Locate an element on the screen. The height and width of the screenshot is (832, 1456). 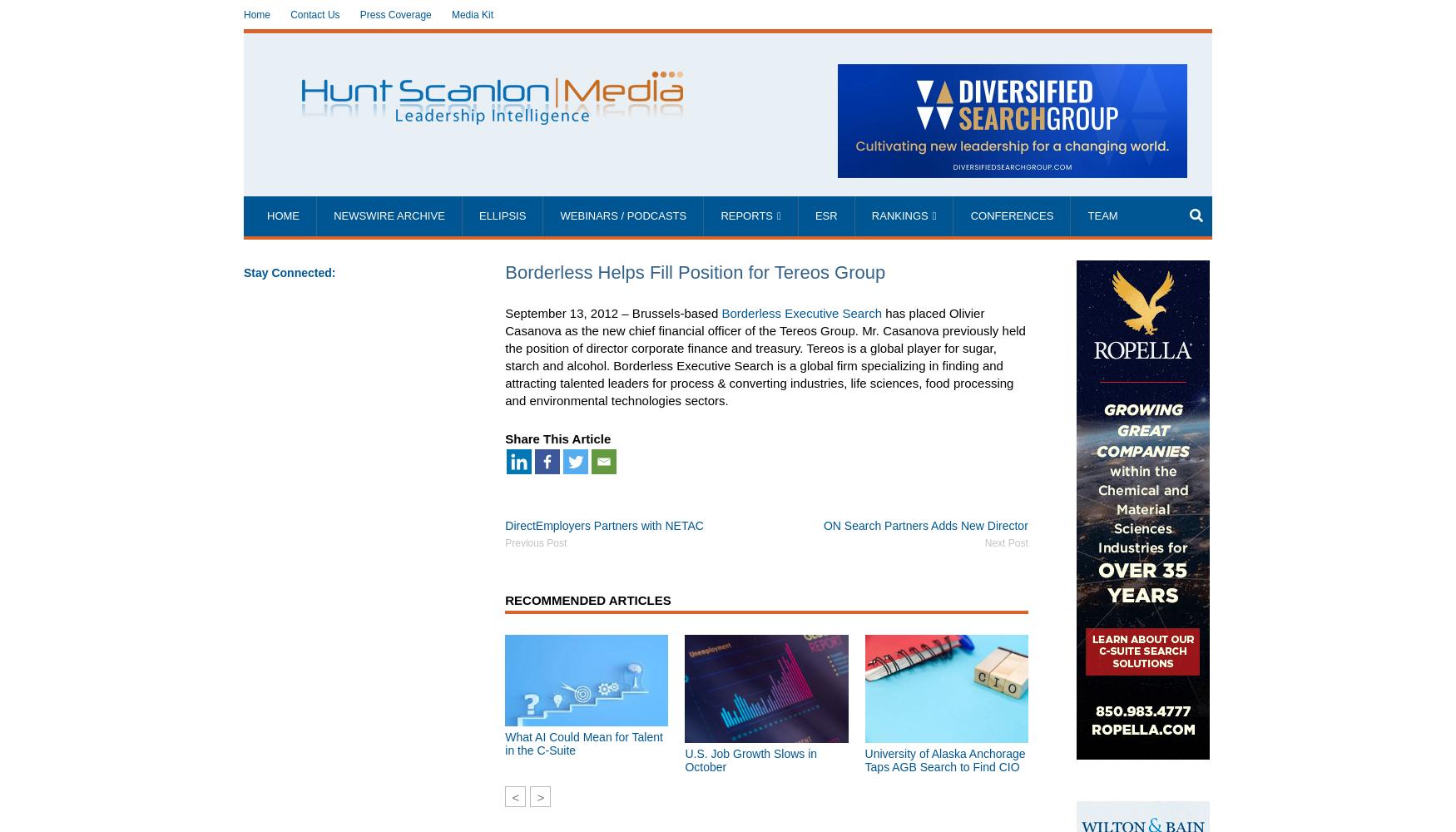
'Conferences' is located at coordinates (969, 215).